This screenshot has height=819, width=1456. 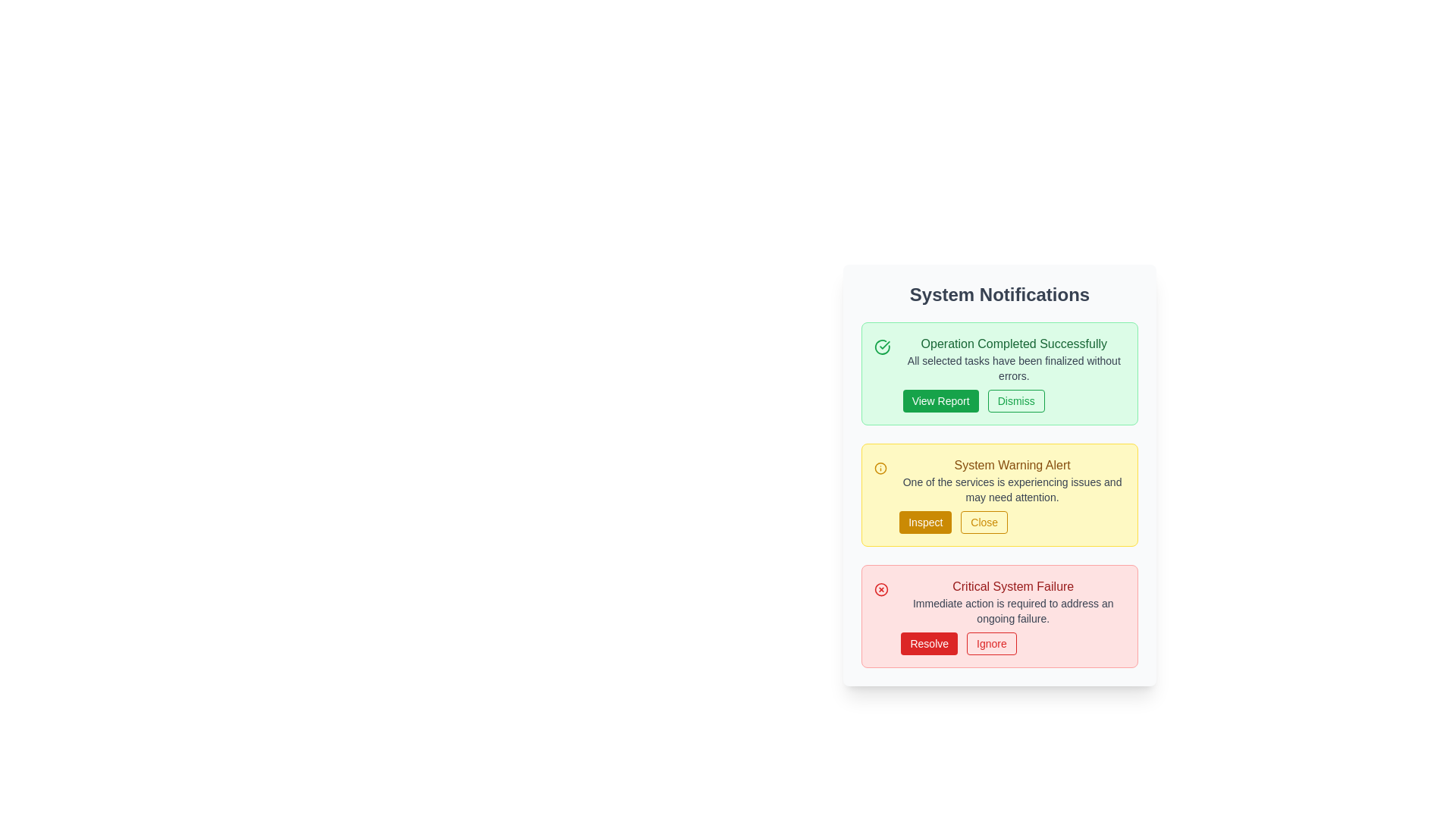 What do you see at coordinates (924, 522) in the screenshot?
I see `the first button to the left within the yellow notification box labeled 'System Warning Alert' to initiate the inspect action` at bounding box center [924, 522].